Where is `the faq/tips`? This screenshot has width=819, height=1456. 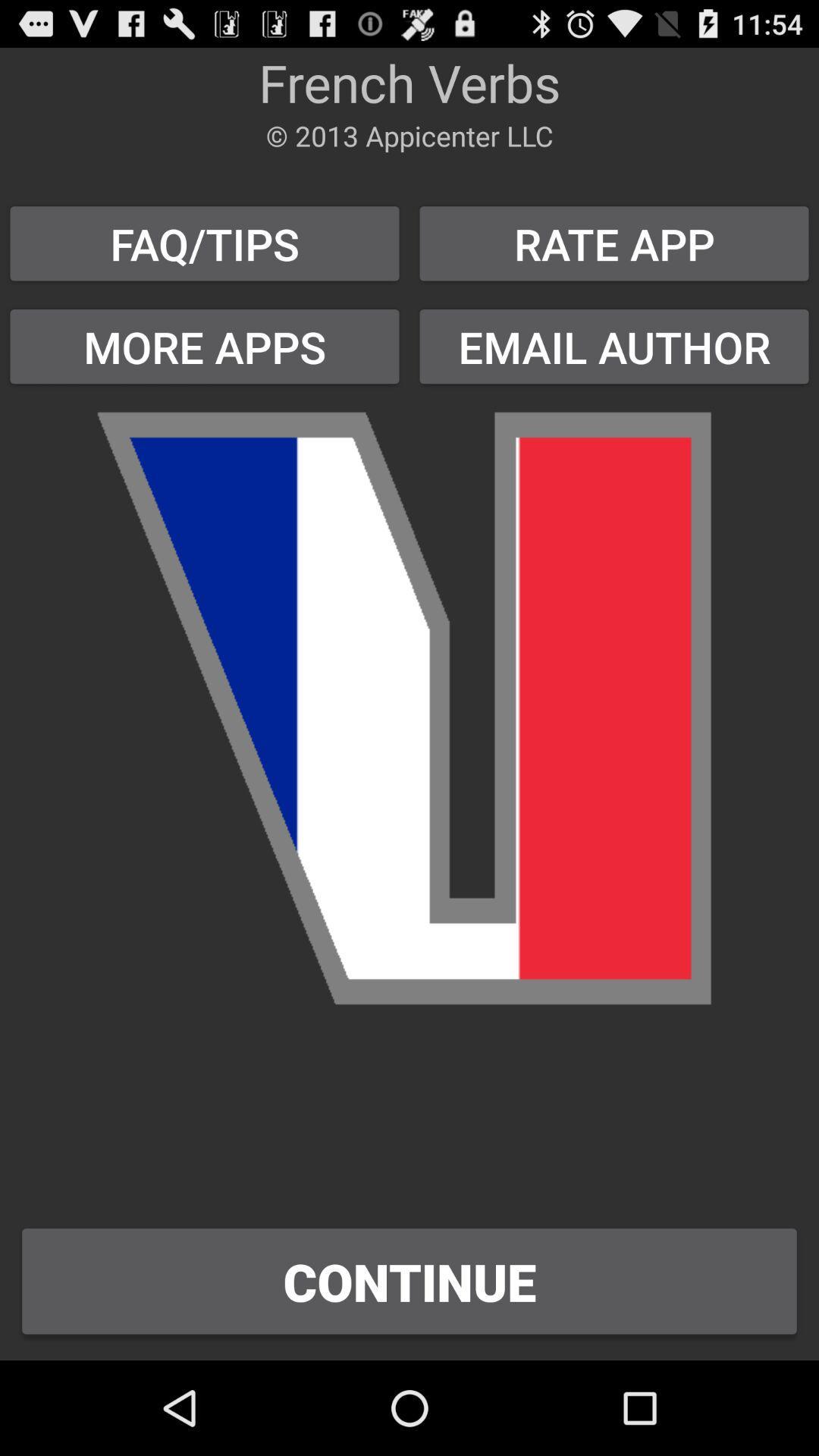 the faq/tips is located at coordinates (205, 243).